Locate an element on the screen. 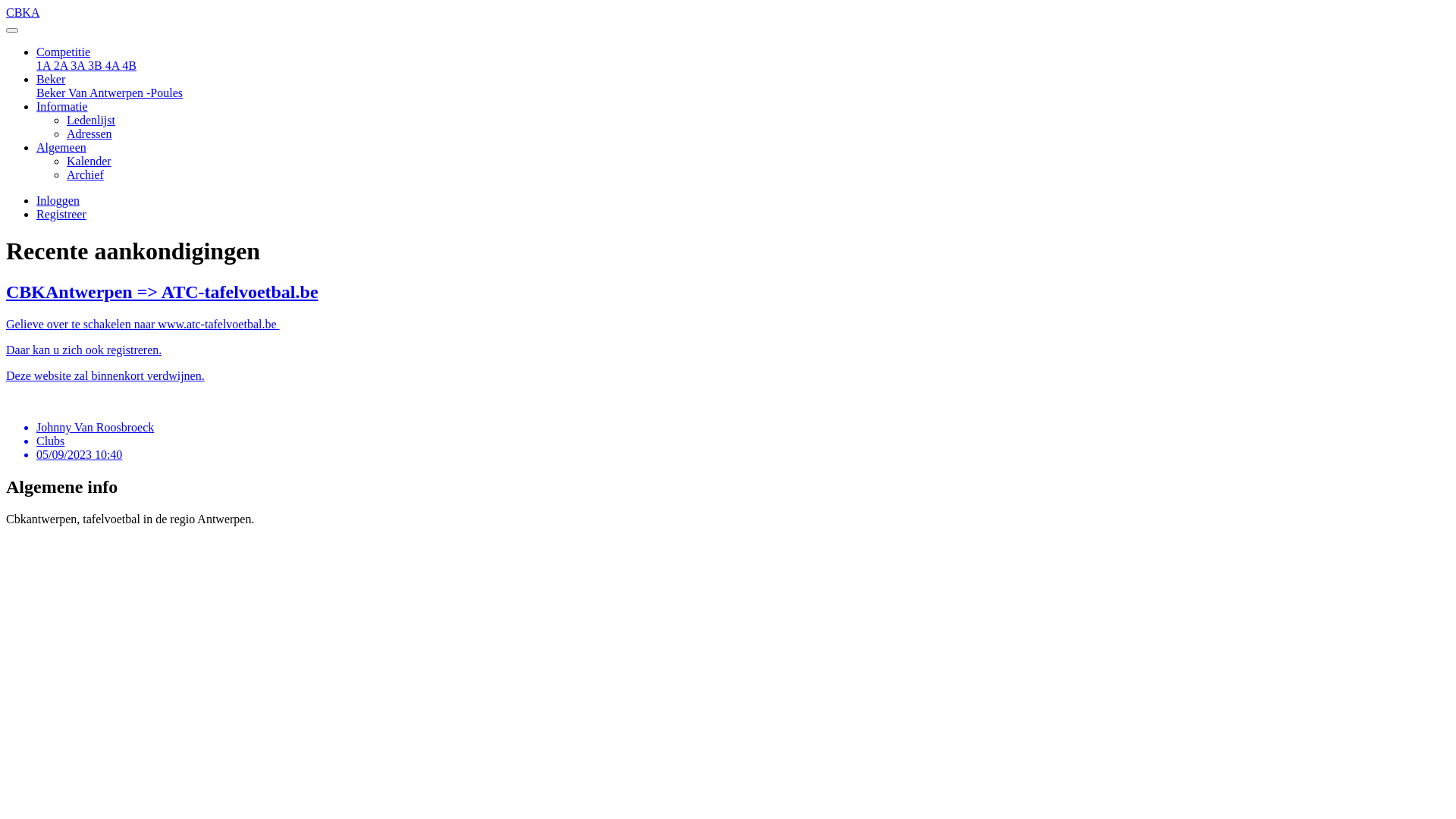 This screenshot has height=819, width=1456. 'Adressen' is located at coordinates (89, 133).